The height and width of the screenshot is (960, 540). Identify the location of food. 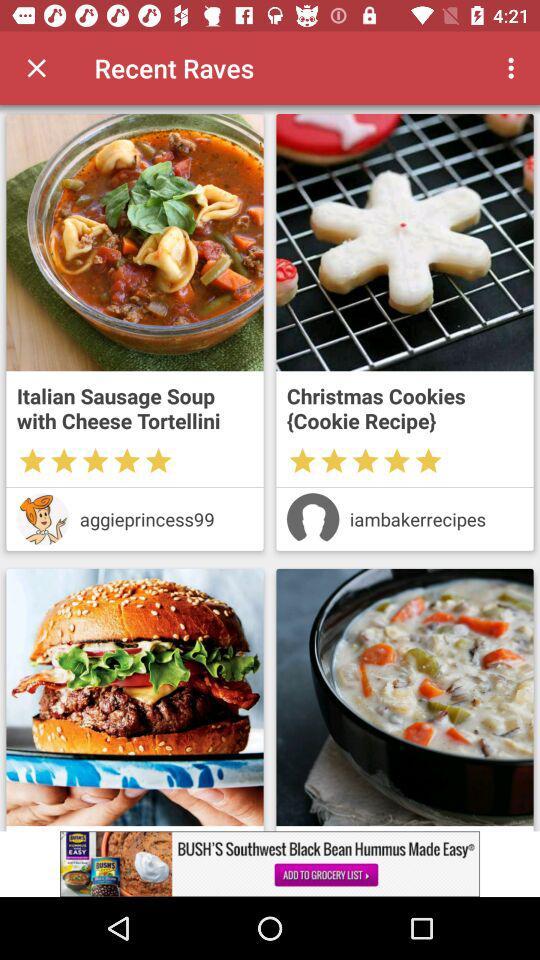
(405, 241).